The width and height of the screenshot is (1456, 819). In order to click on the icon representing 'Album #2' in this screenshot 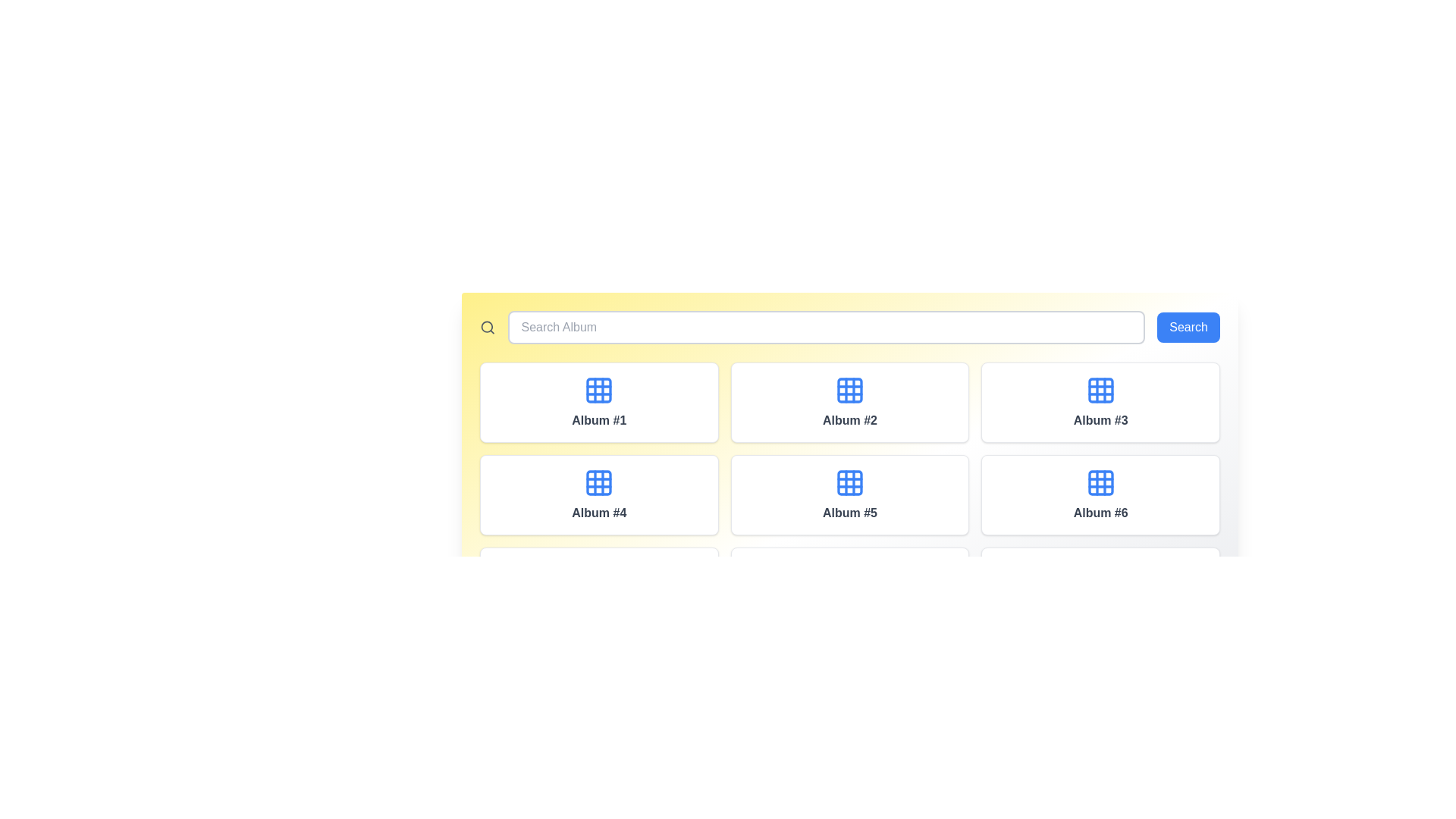, I will do `click(849, 390)`.